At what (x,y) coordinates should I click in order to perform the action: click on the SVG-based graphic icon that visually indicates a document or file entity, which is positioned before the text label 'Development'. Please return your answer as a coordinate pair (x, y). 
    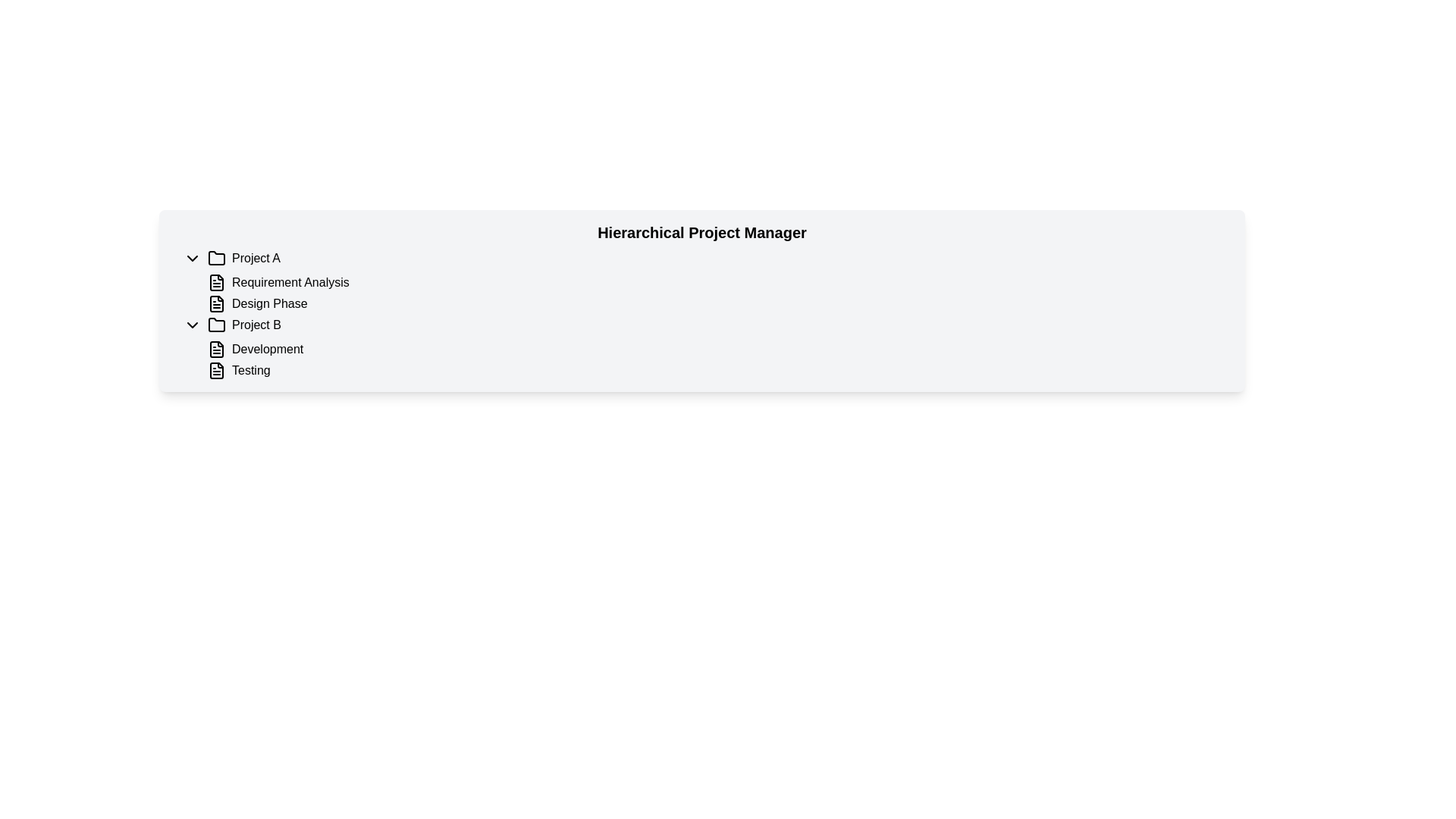
    Looking at the image, I should click on (216, 350).